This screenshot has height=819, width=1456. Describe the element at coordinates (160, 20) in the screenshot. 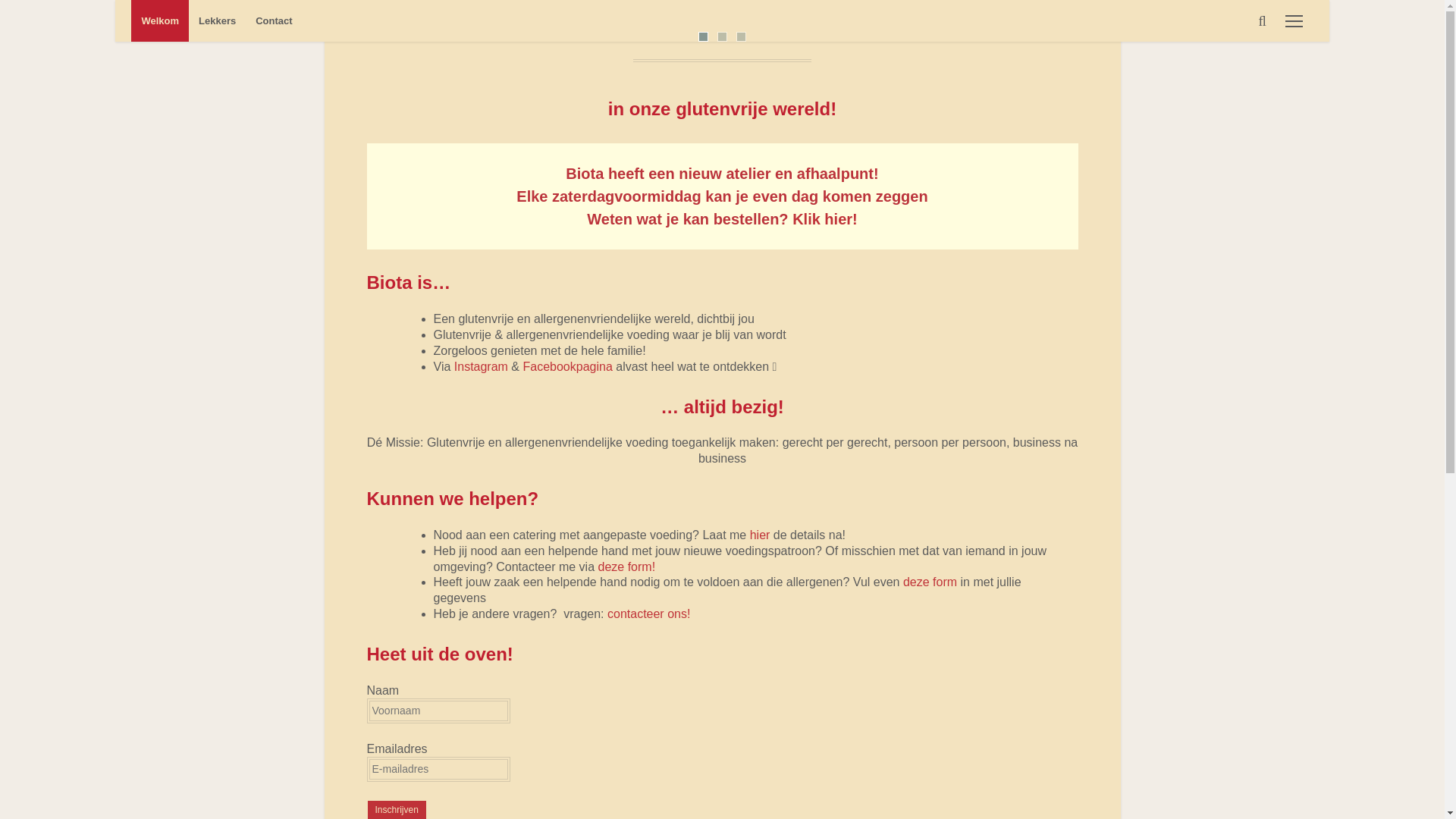

I see `'Welkom'` at that location.